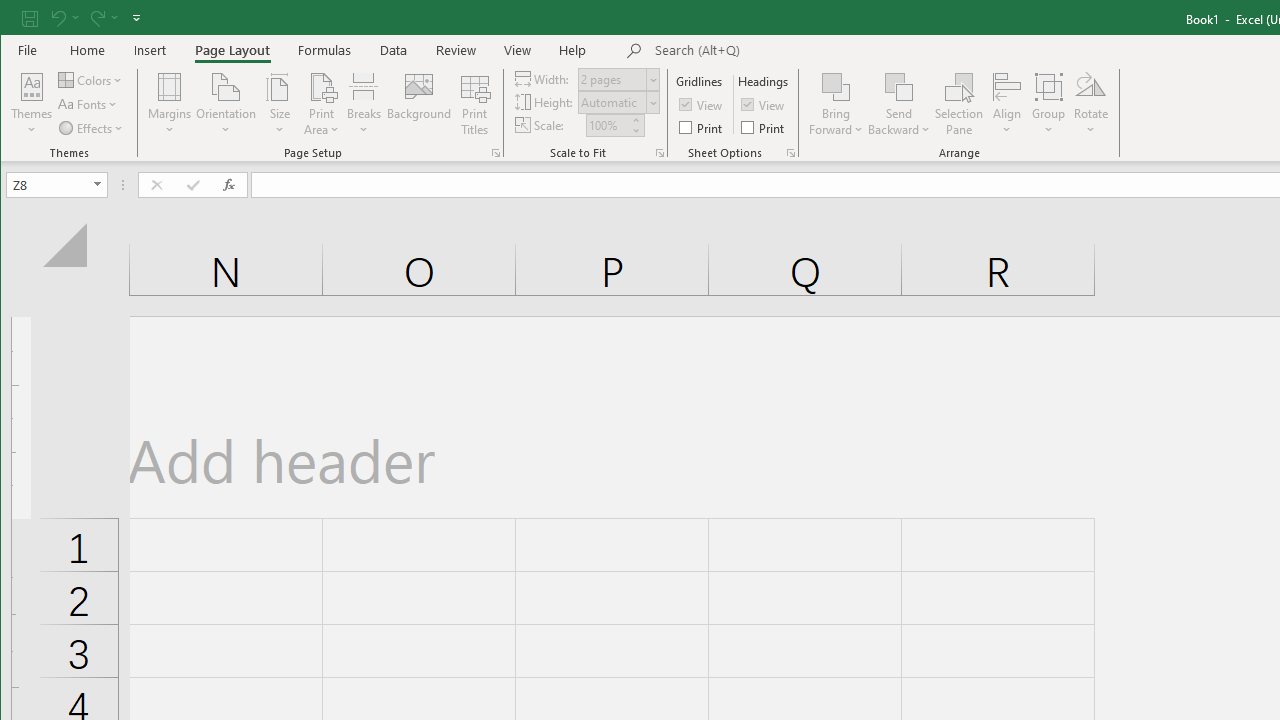 This screenshot has height=720, width=1280. What do you see at coordinates (1047, 104) in the screenshot?
I see `'Group'` at bounding box center [1047, 104].